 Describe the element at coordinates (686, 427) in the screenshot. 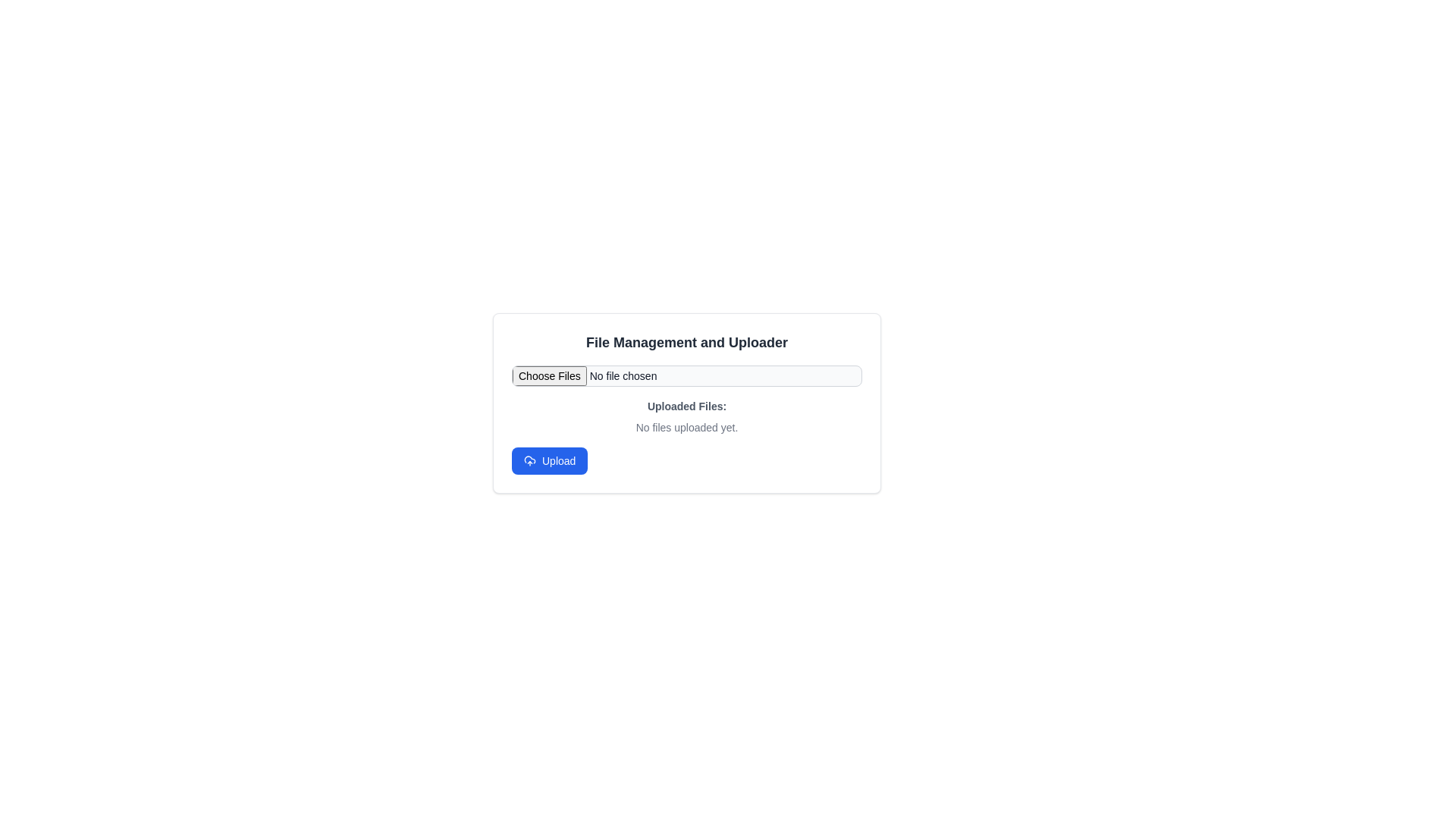

I see `the text label that reads 'No files uploaded yet.' which is displayed in small, gray font and is centrally aligned below the 'Uploaded Files:' label` at that location.